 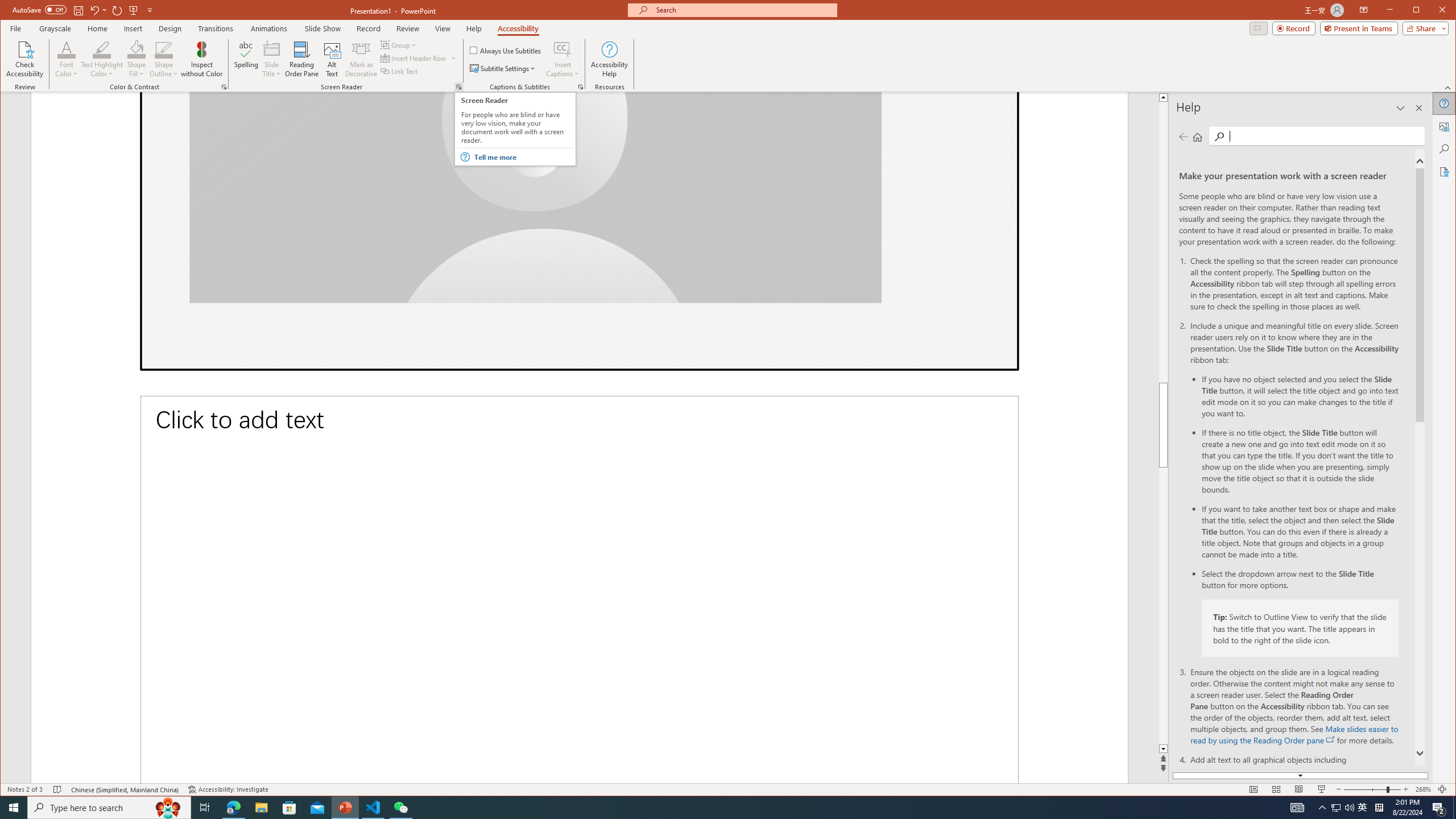 I want to click on 'Search highlights icon opens search home window', so click(x=167, y=806).